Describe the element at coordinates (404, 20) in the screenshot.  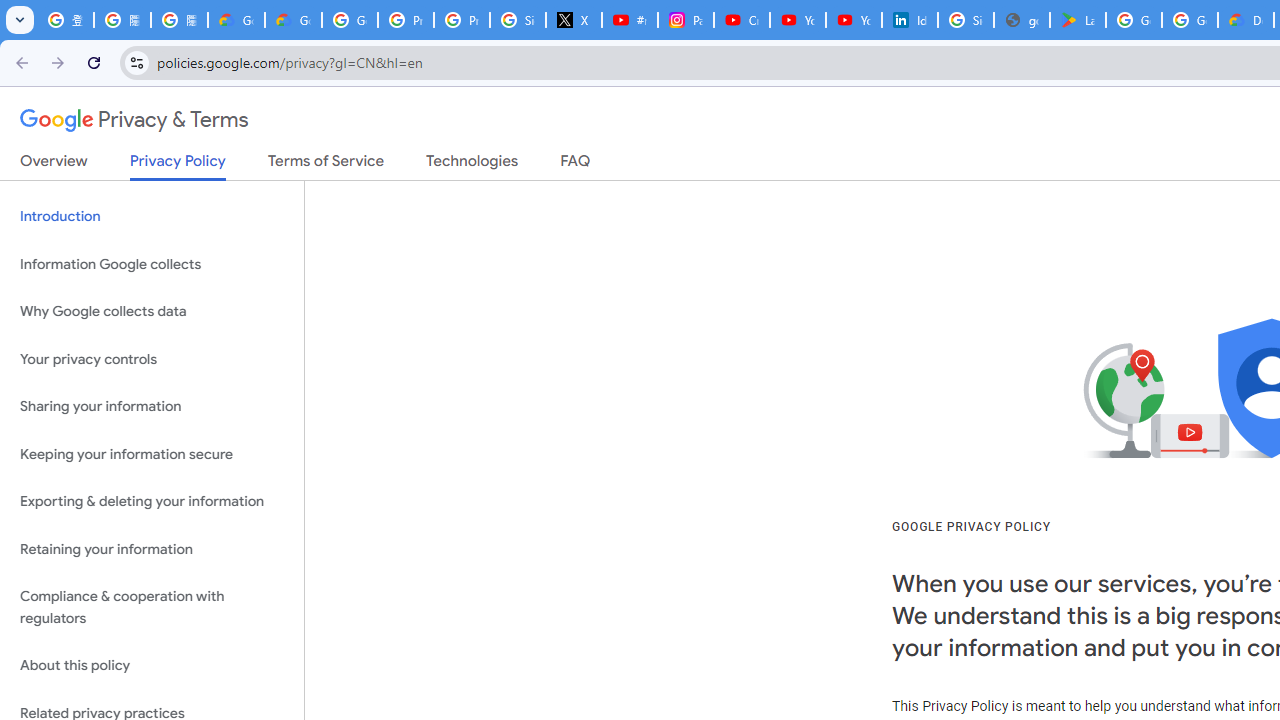
I see `'Privacy Help Center - Policies Help'` at that location.